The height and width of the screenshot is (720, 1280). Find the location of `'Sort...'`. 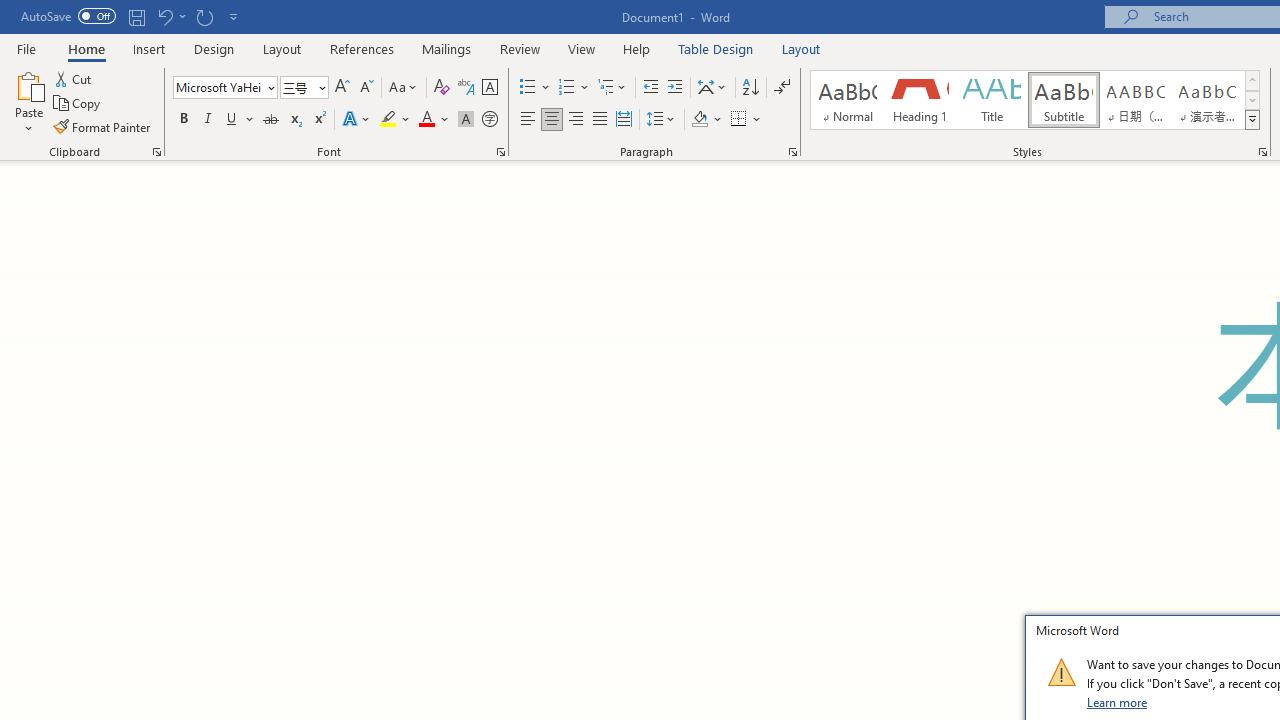

'Sort...' is located at coordinates (749, 86).